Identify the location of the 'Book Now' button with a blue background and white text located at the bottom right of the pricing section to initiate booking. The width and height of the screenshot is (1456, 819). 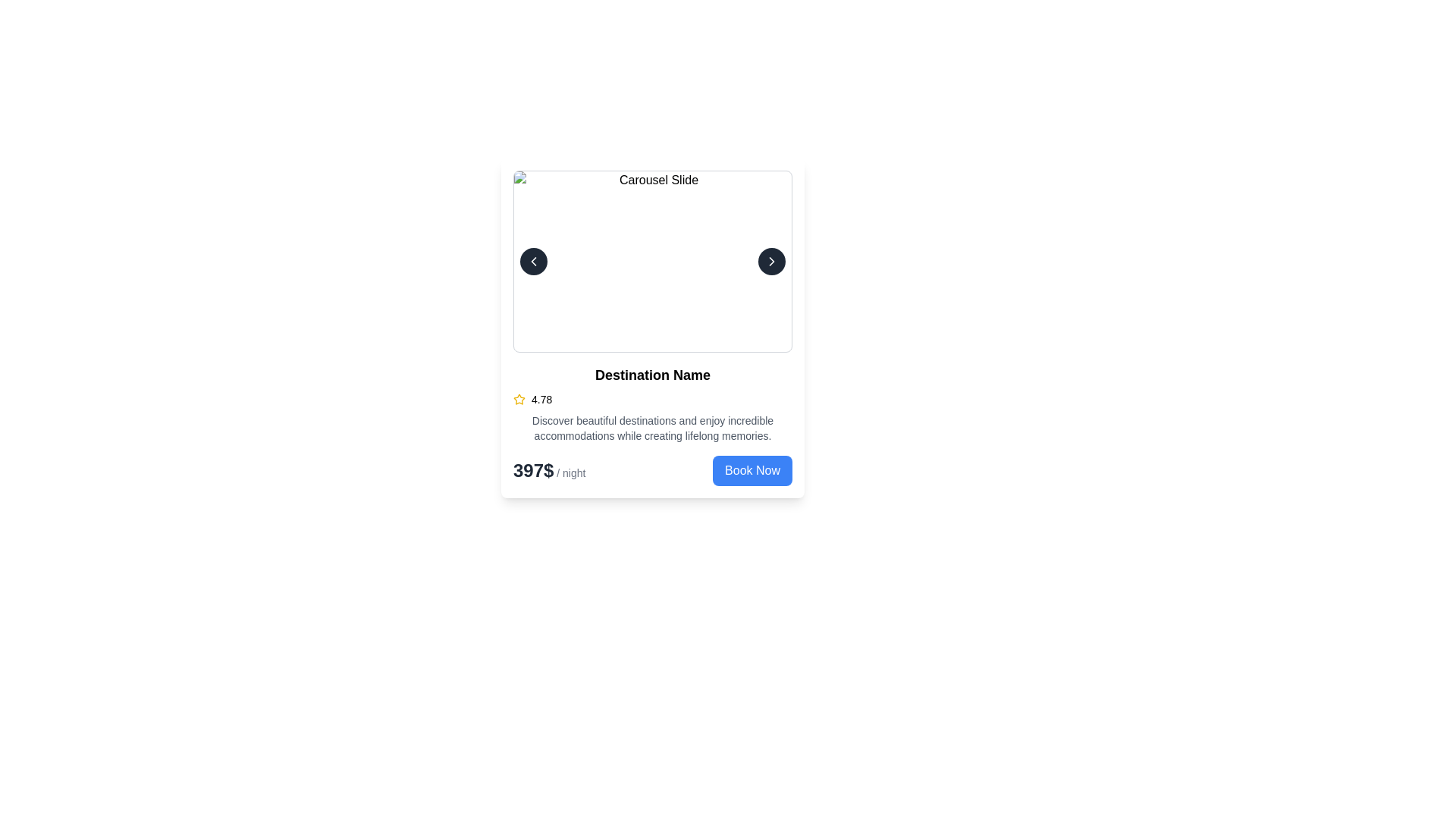
(752, 470).